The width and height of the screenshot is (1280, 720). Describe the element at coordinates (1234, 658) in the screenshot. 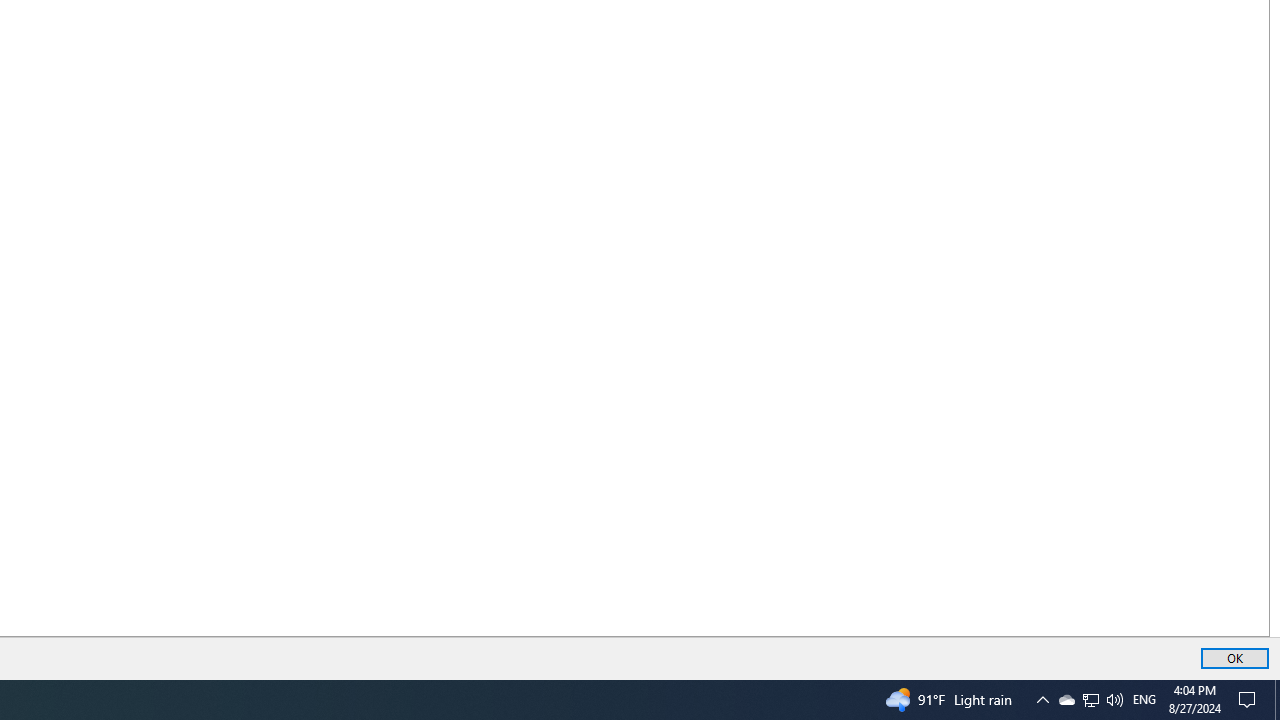

I see `'OK'` at that location.